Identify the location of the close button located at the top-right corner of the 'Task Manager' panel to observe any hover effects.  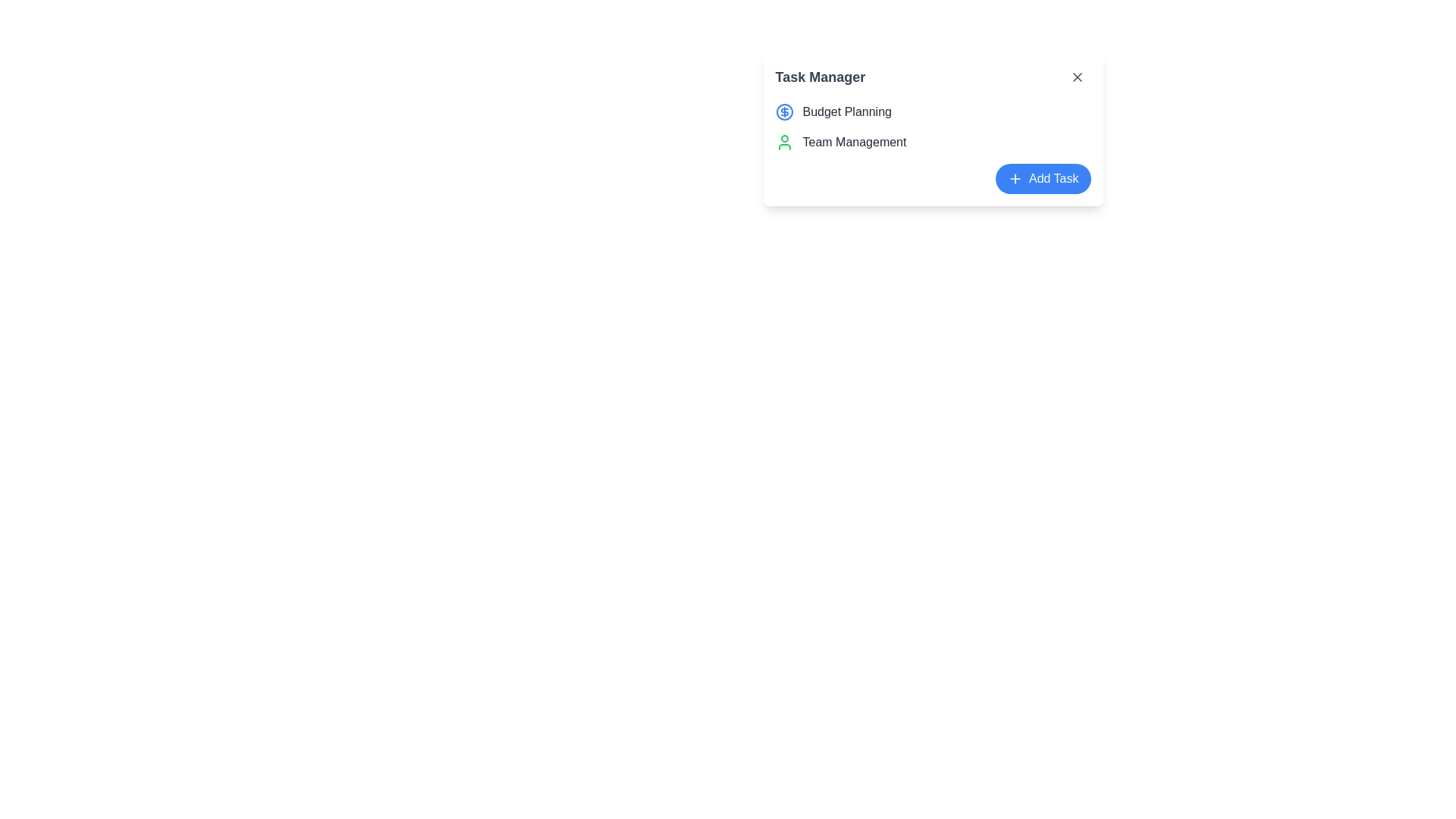
(1076, 77).